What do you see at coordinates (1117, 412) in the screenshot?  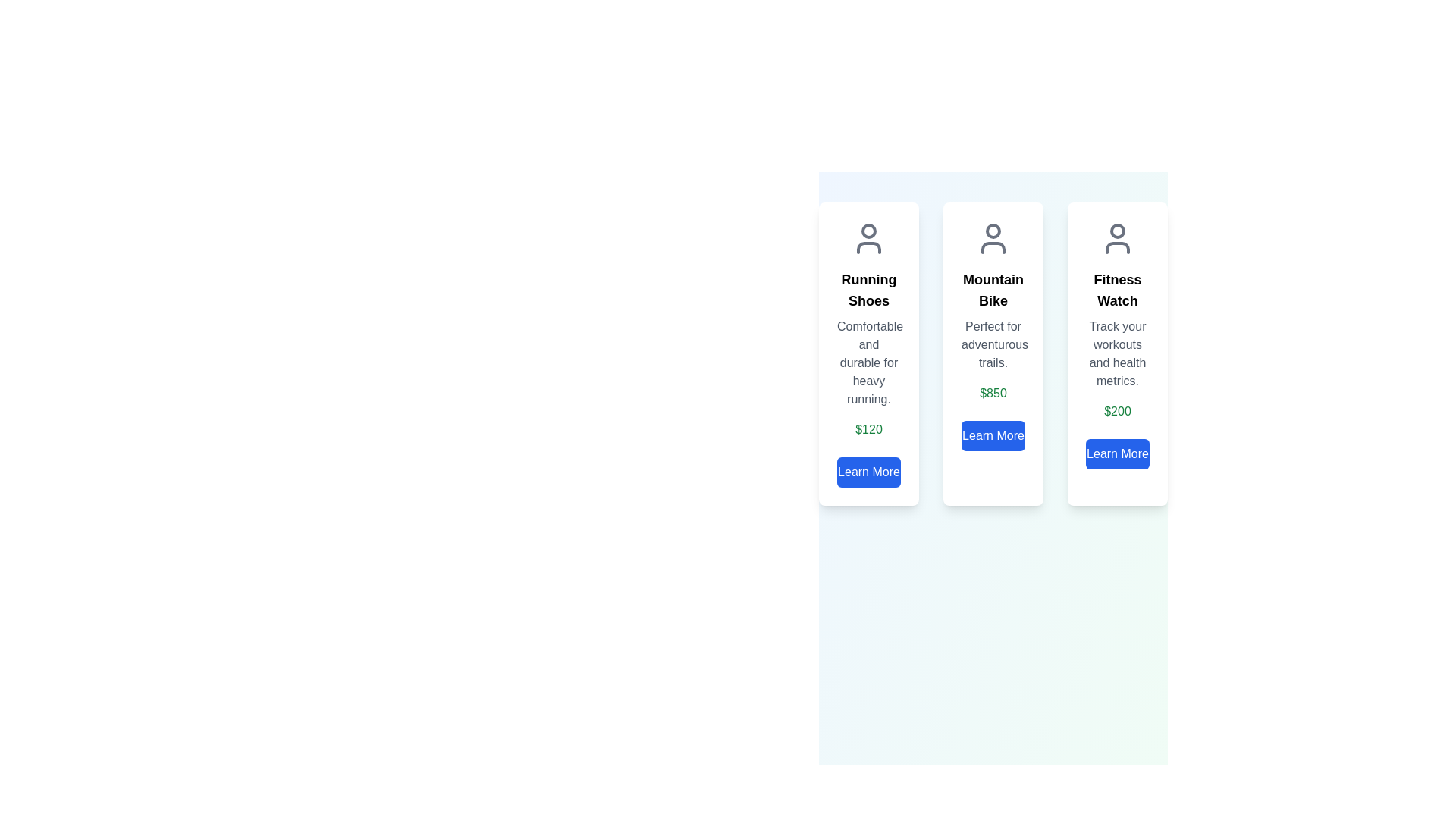 I see `the price text label of the fitness watch, which is located in the third card on the right, above the 'Learn More' button and below the description text 'Track your workouts and health metrics.'` at bounding box center [1117, 412].